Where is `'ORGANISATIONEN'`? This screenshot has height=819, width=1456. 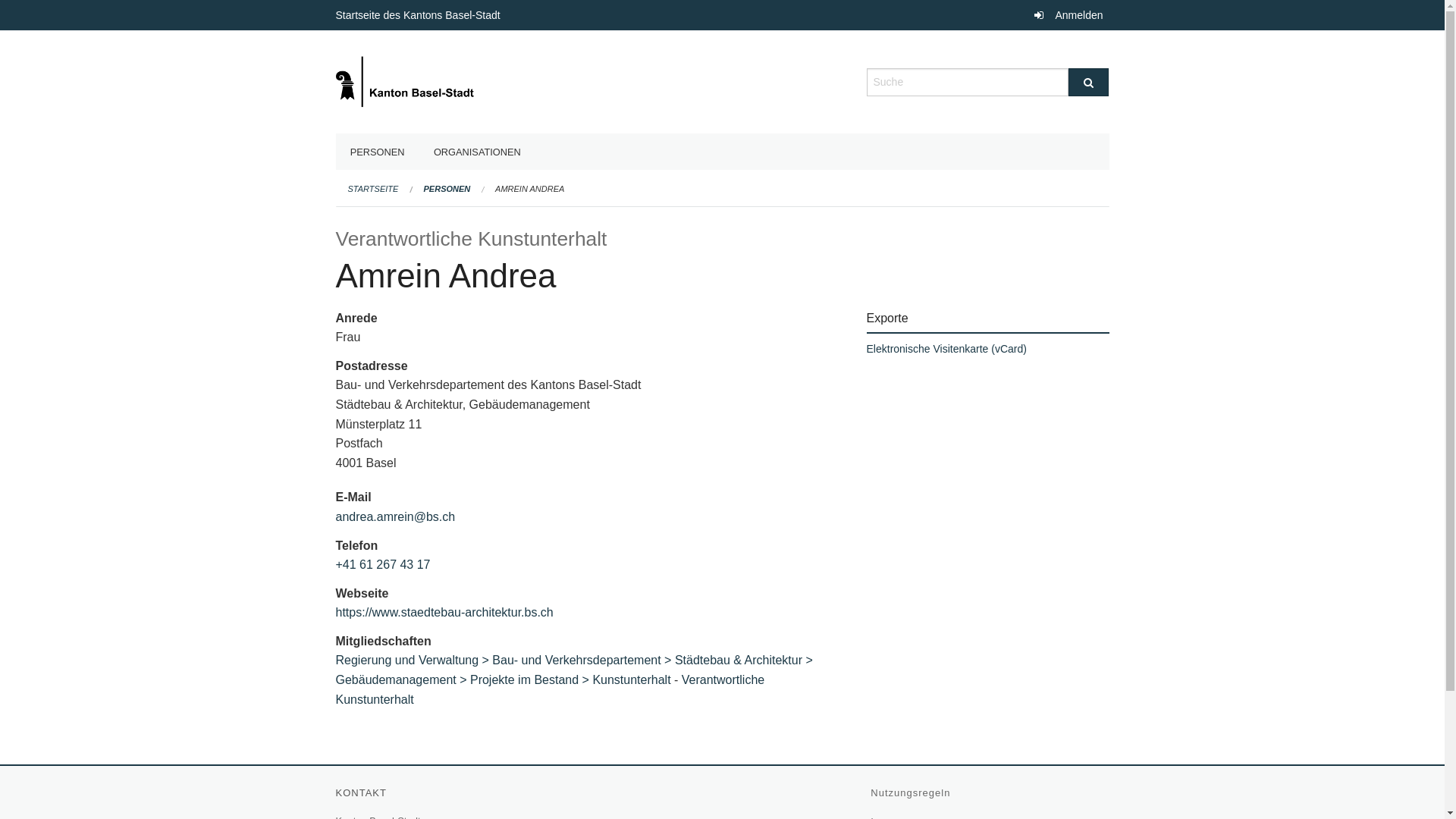 'ORGANISATIONEN' is located at coordinates (419, 152).